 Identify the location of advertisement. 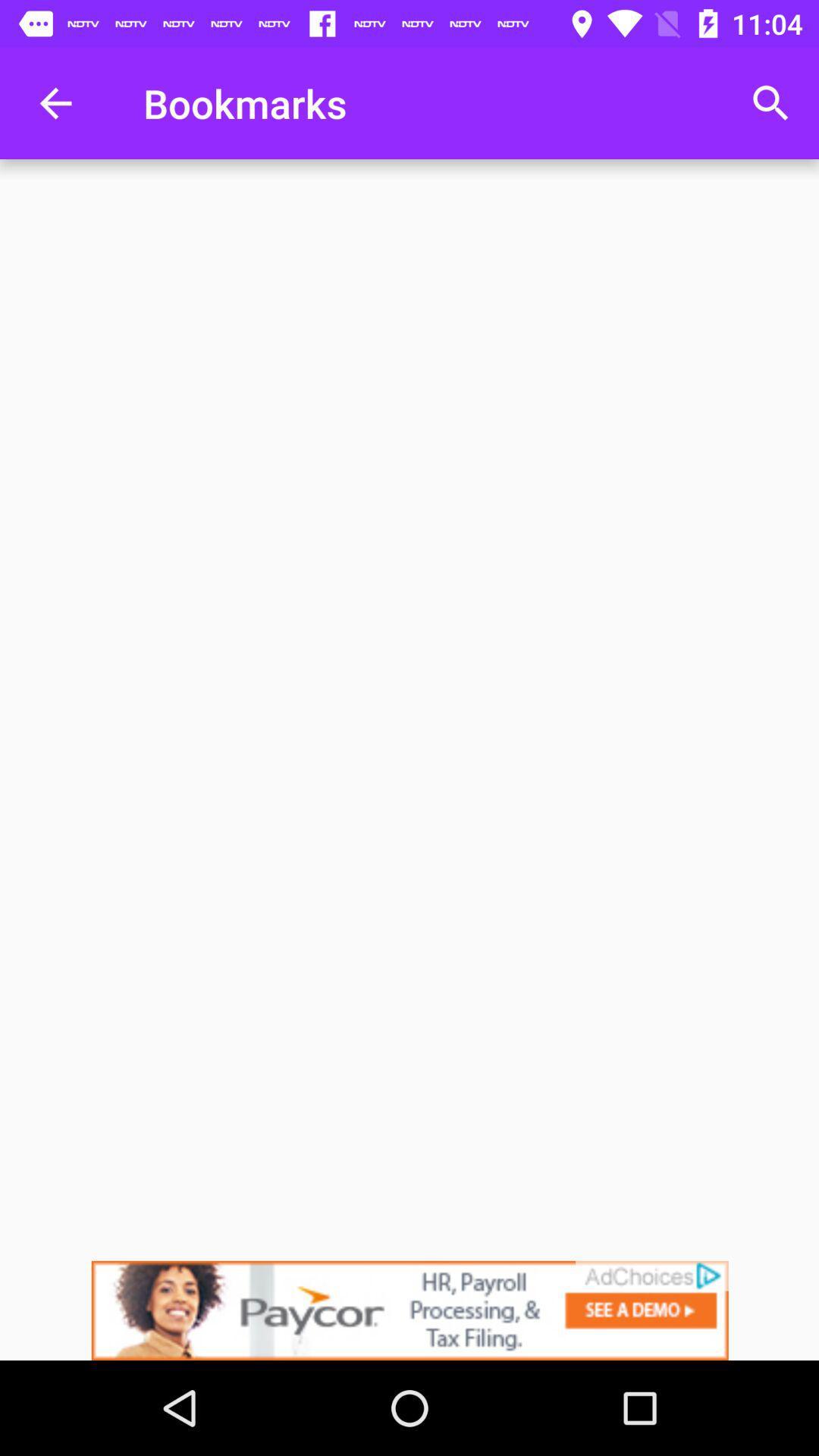
(409, 1310).